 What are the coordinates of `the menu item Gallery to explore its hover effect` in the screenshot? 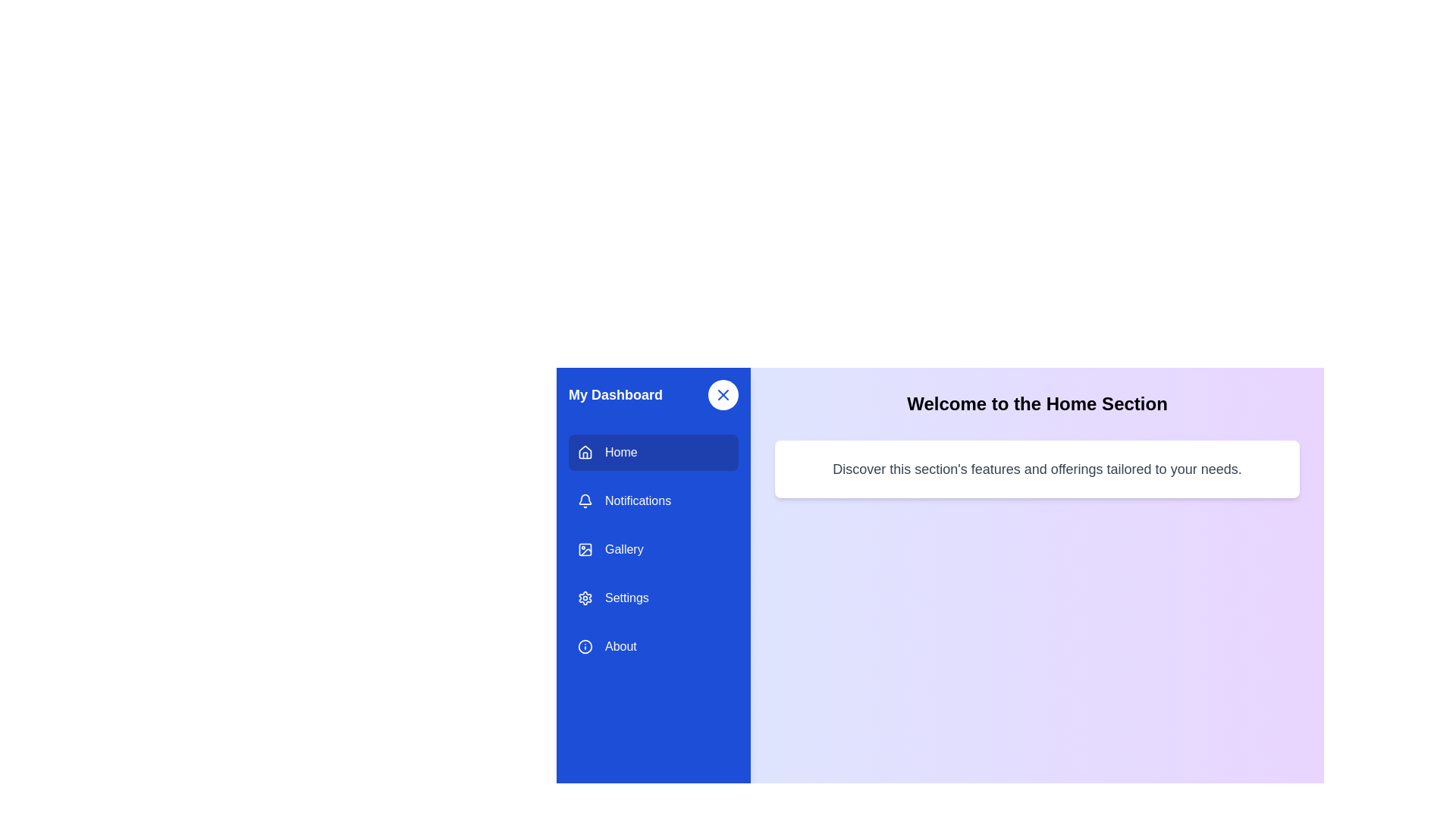 It's located at (654, 550).